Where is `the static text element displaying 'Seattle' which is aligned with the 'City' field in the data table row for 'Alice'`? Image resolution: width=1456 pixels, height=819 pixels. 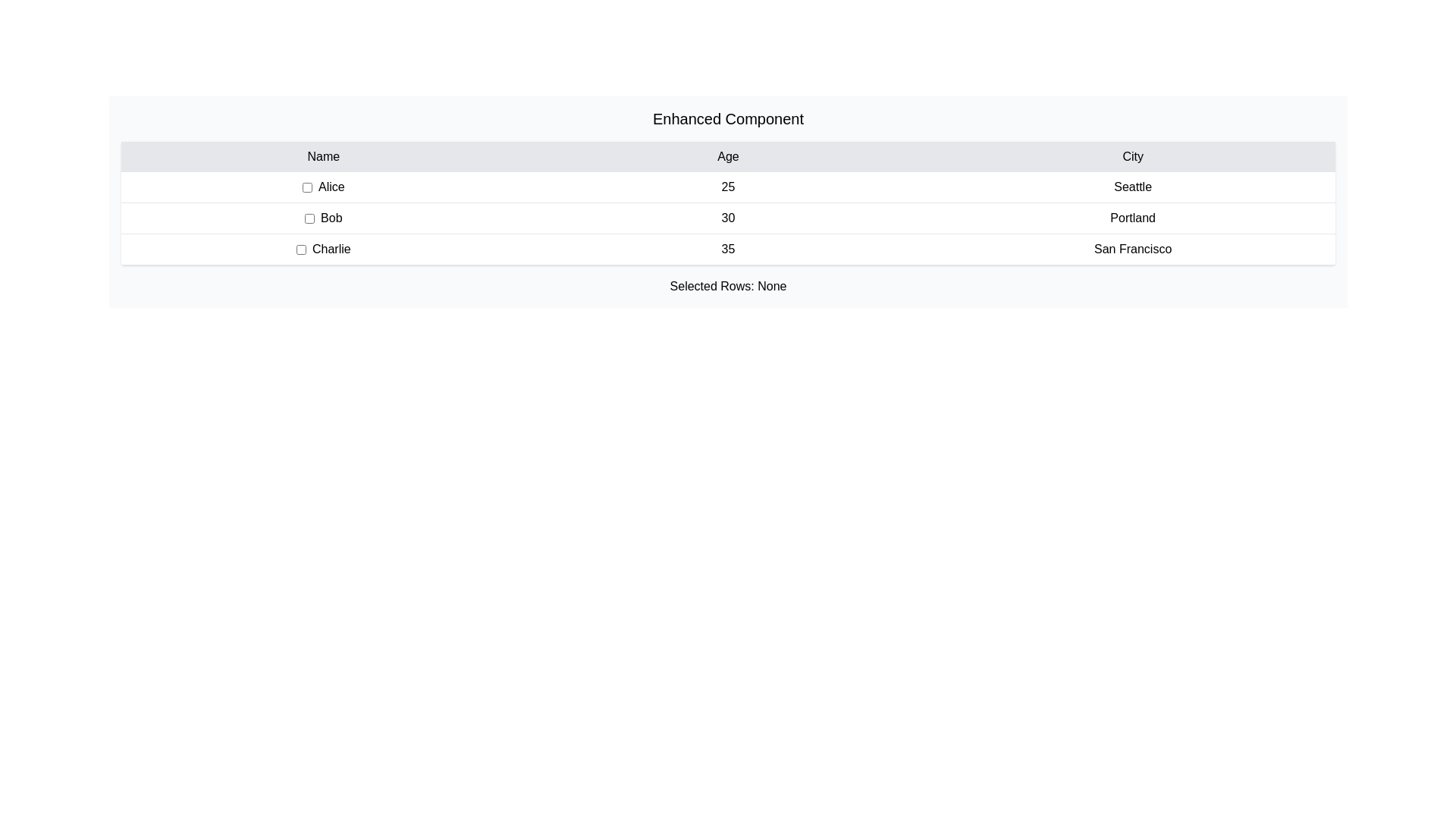 the static text element displaying 'Seattle' which is aligned with the 'City' field in the data table row for 'Alice' is located at coordinates (1133, 186).